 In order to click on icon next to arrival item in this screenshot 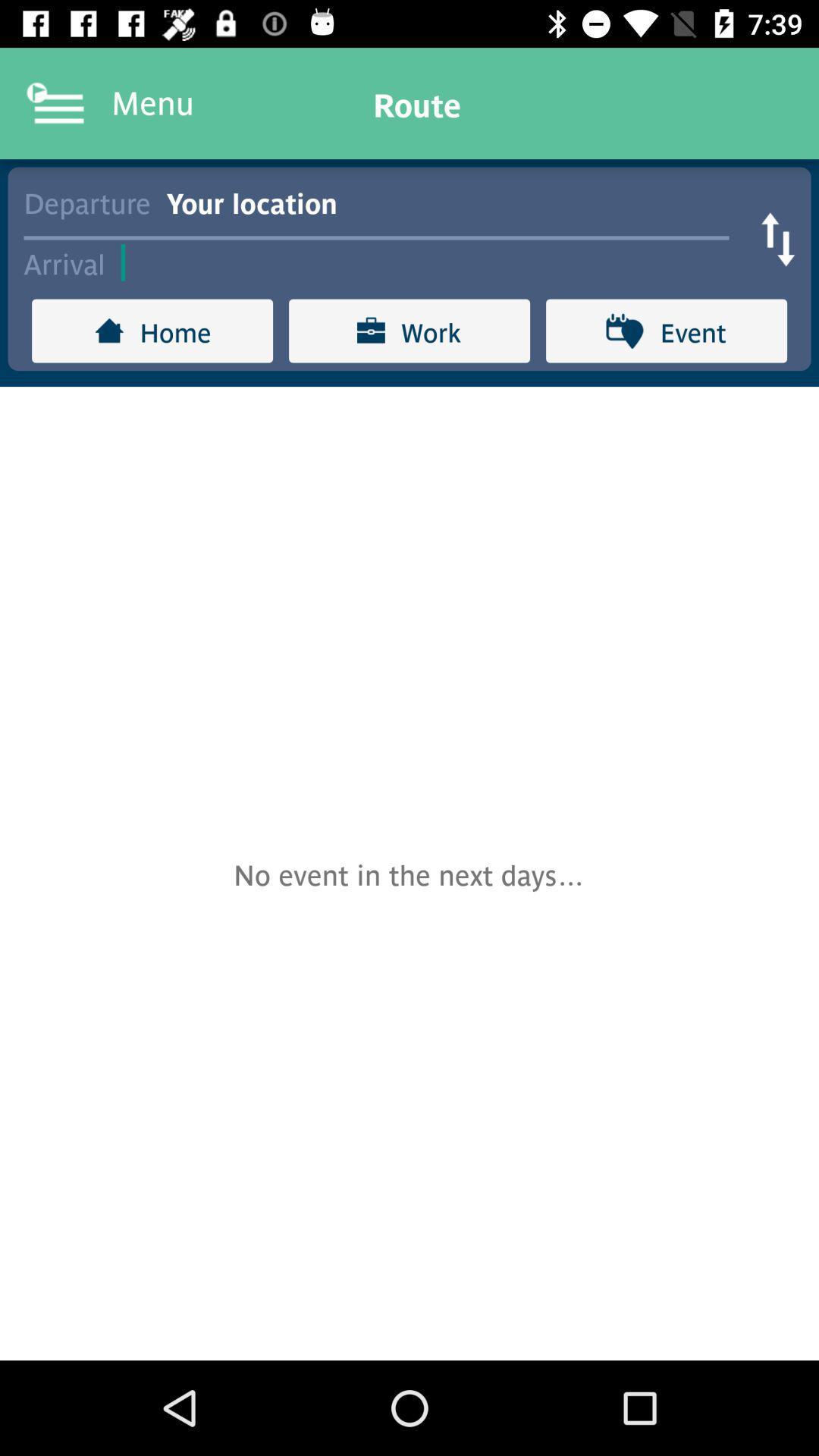, I will do `click(433, 262)`.